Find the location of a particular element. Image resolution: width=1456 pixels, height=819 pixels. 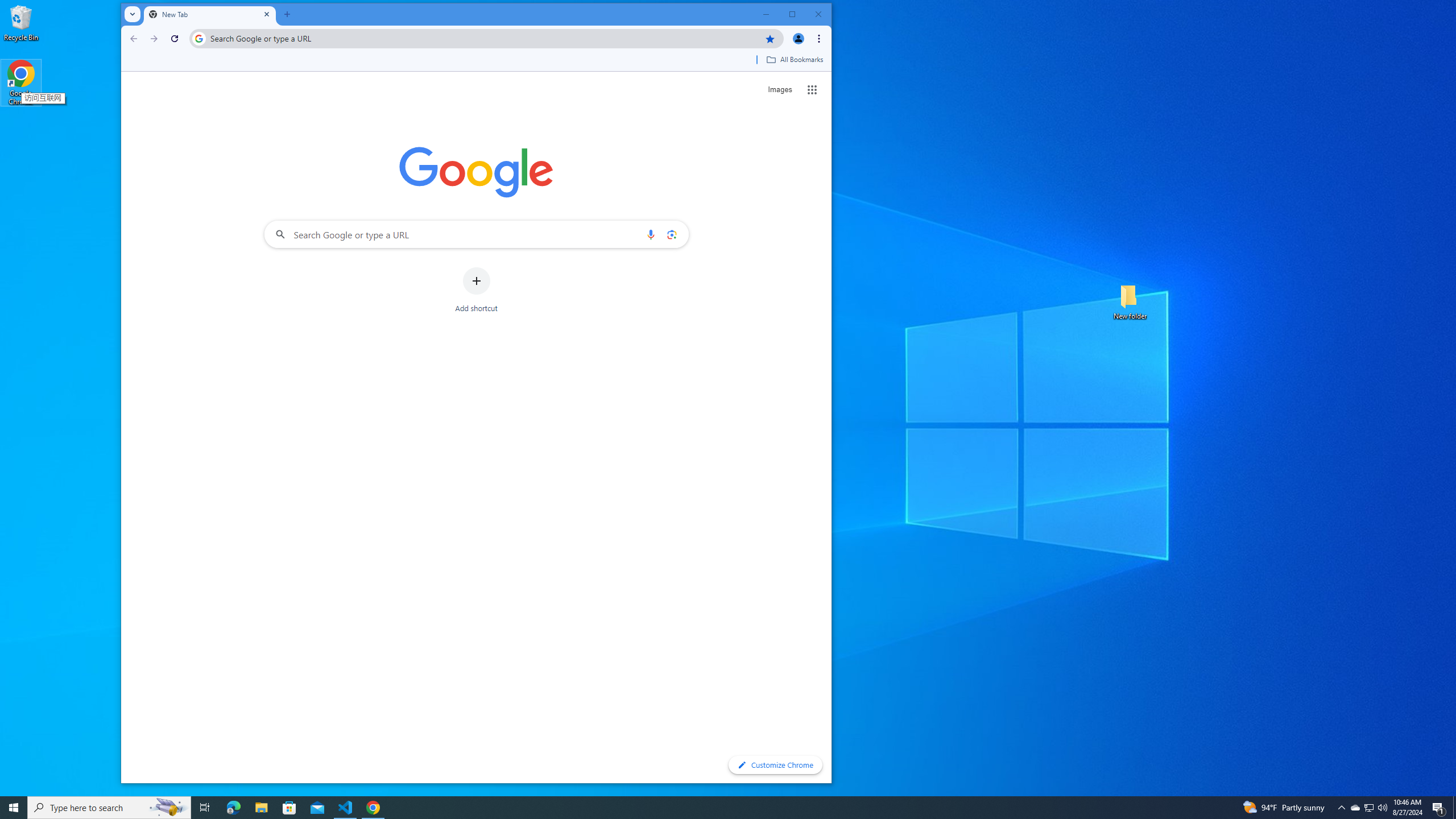

'Recycle Bin' is located at coordinates (20, 22).